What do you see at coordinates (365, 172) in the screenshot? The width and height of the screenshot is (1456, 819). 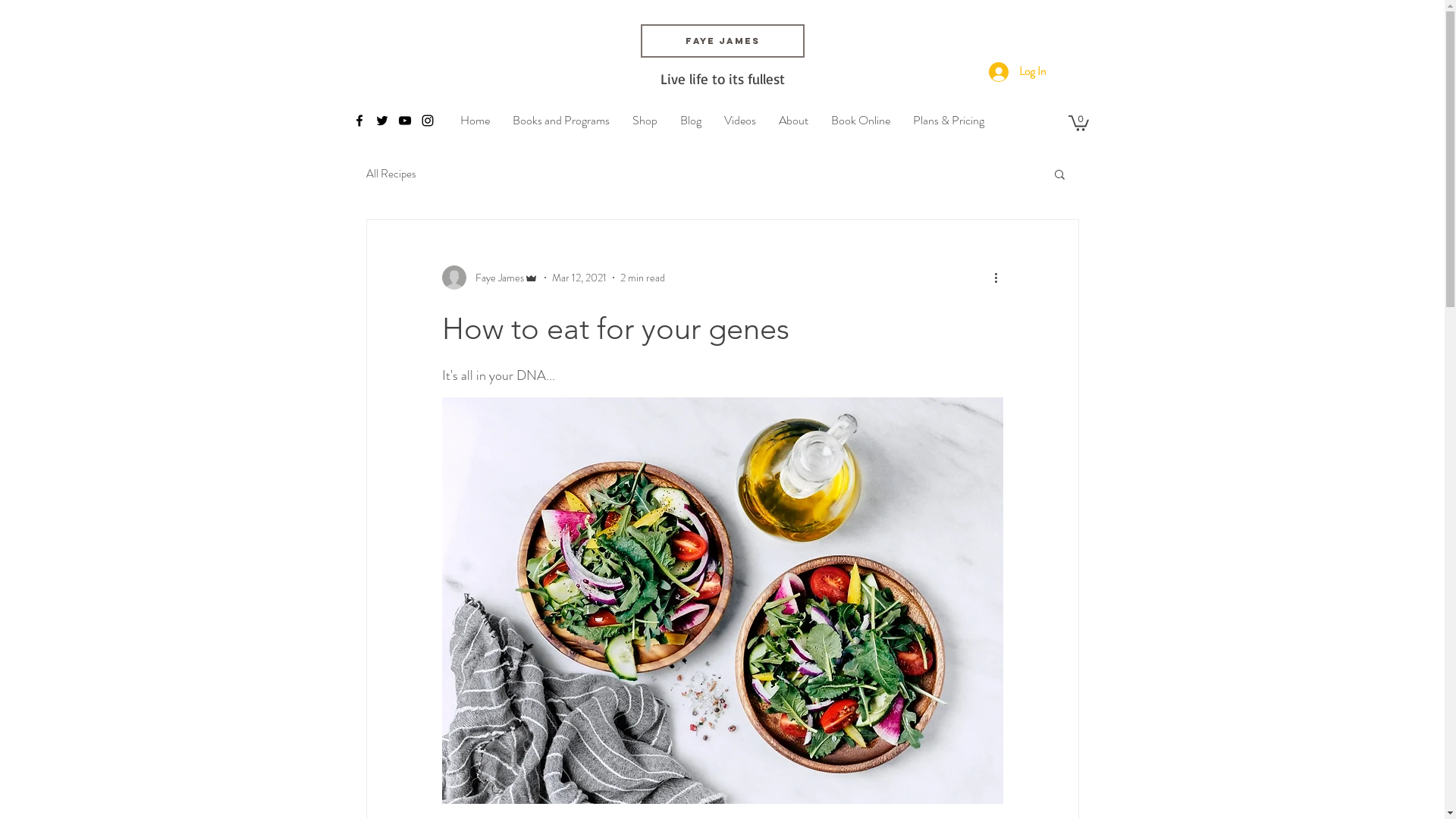 I see `'All Recipes'` at bounding box center [365, 172].